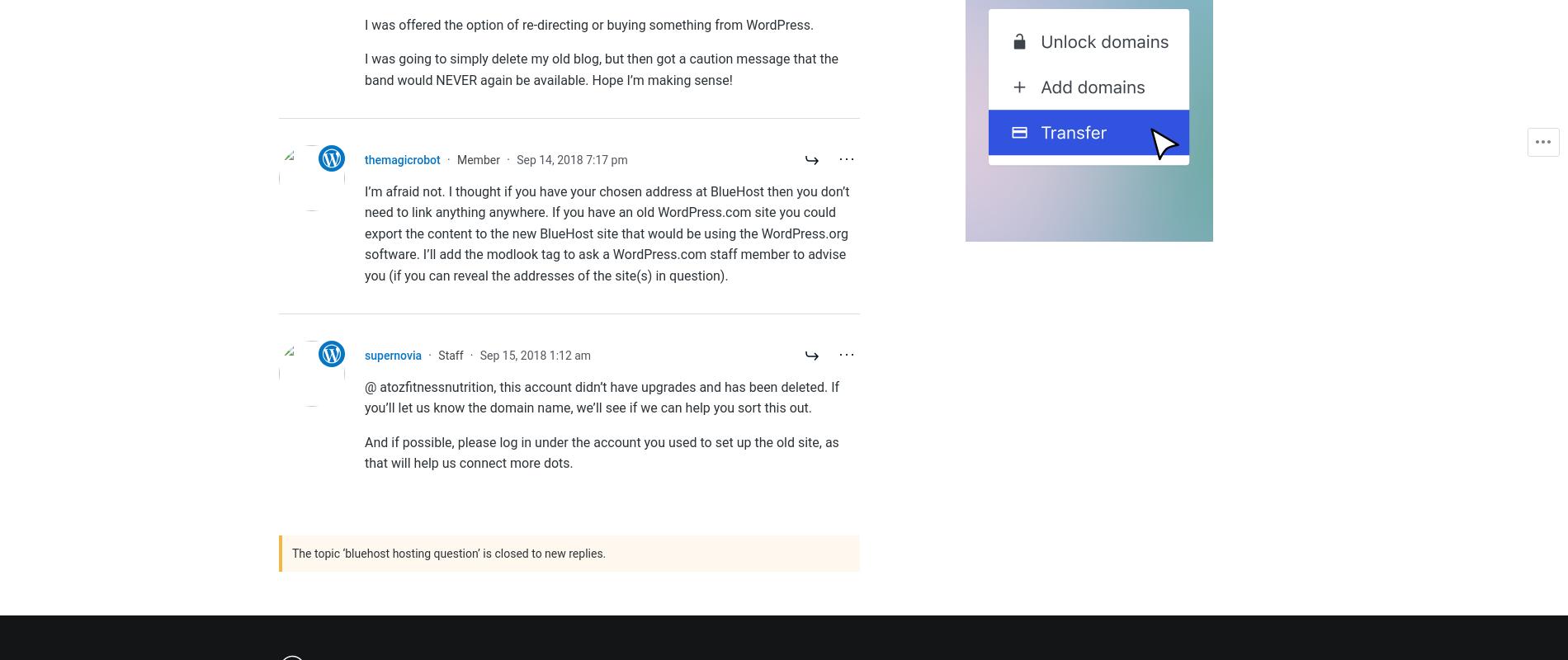  Describe the element at coordinates (393, 355) in the screenshot. I see `'supernovia'` at that location.